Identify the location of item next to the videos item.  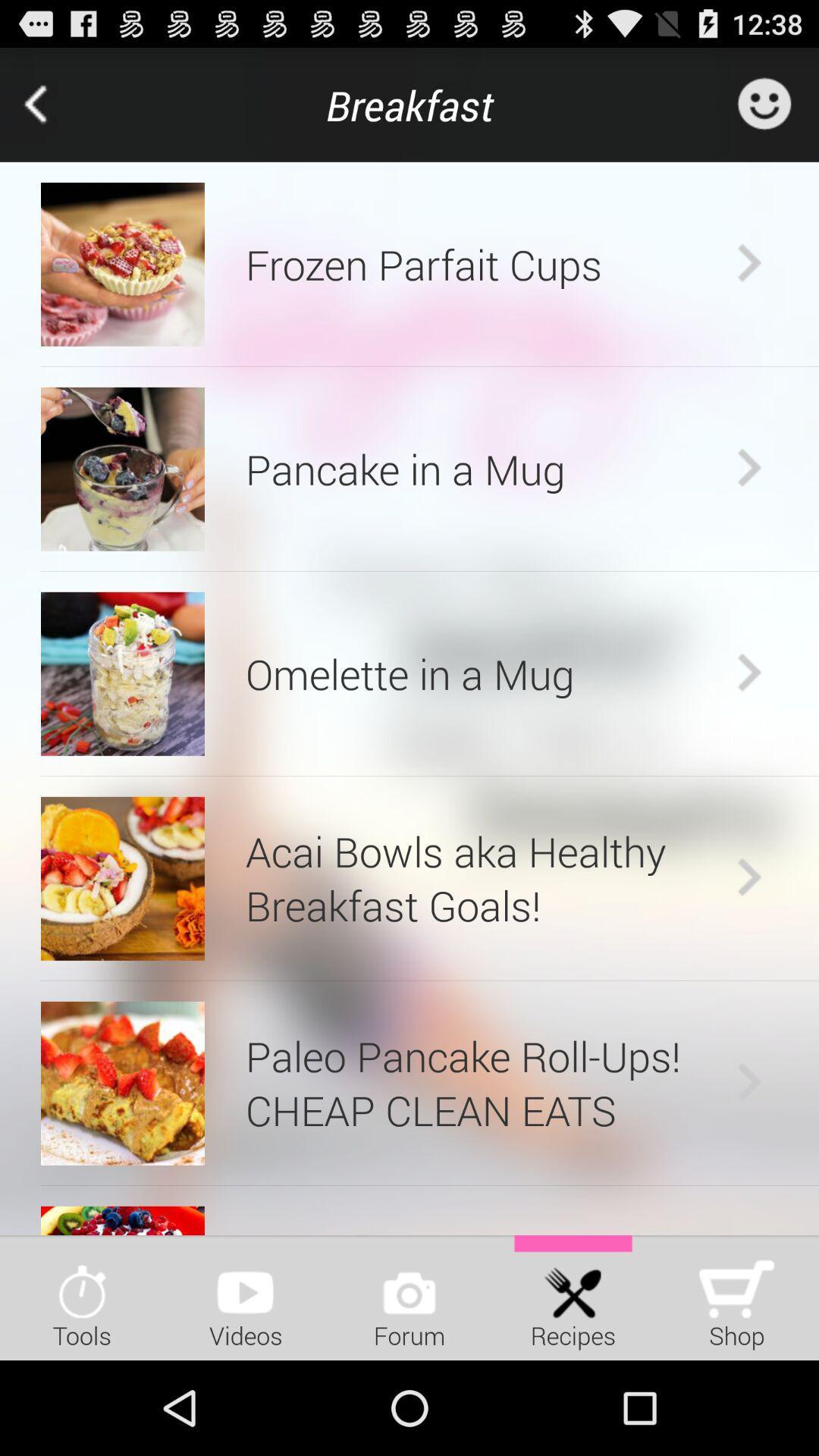
(409, 1297).